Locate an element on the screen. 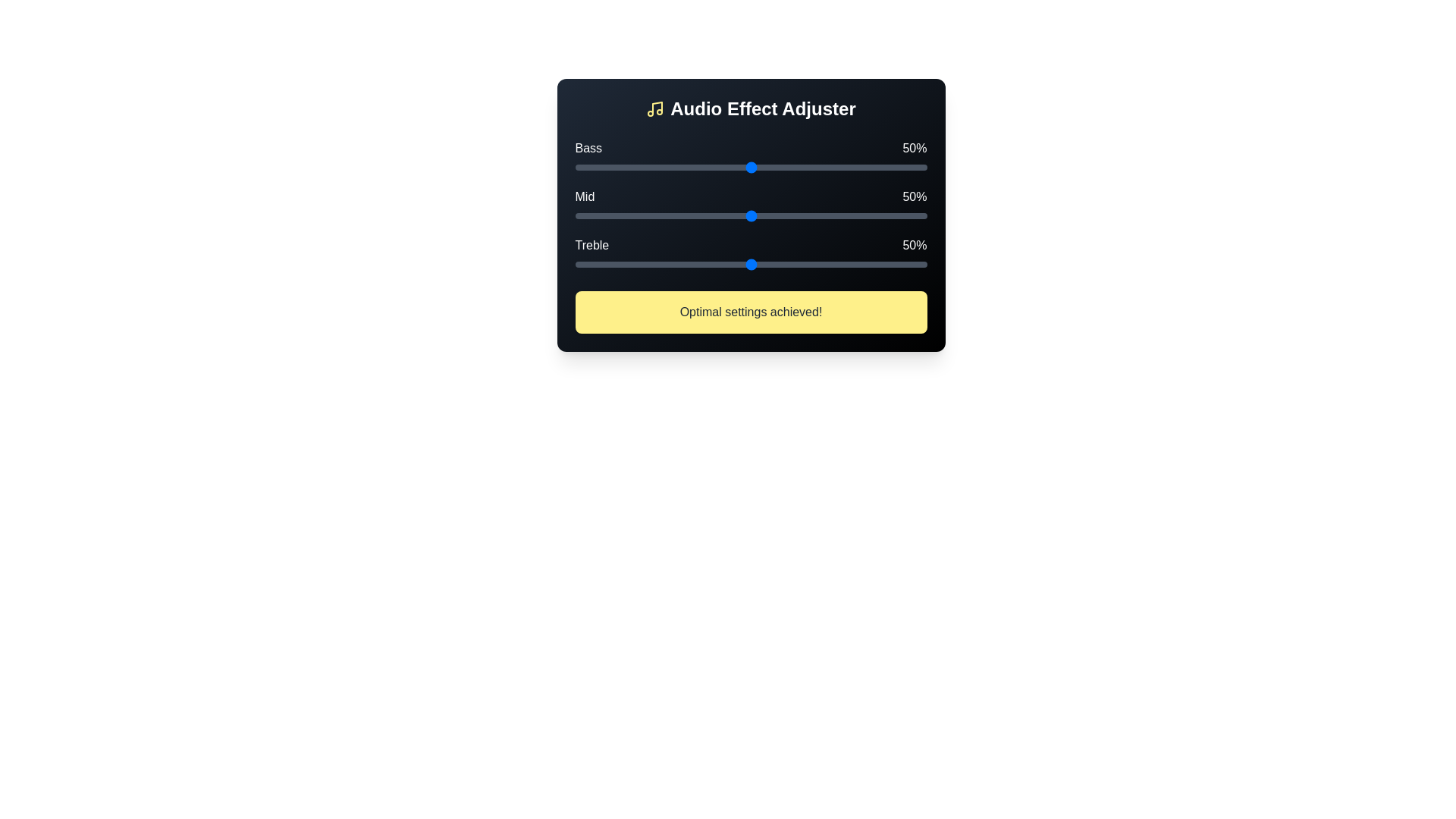  the 'Optimal settings achieved!' message is located at coordinates (751, 312).